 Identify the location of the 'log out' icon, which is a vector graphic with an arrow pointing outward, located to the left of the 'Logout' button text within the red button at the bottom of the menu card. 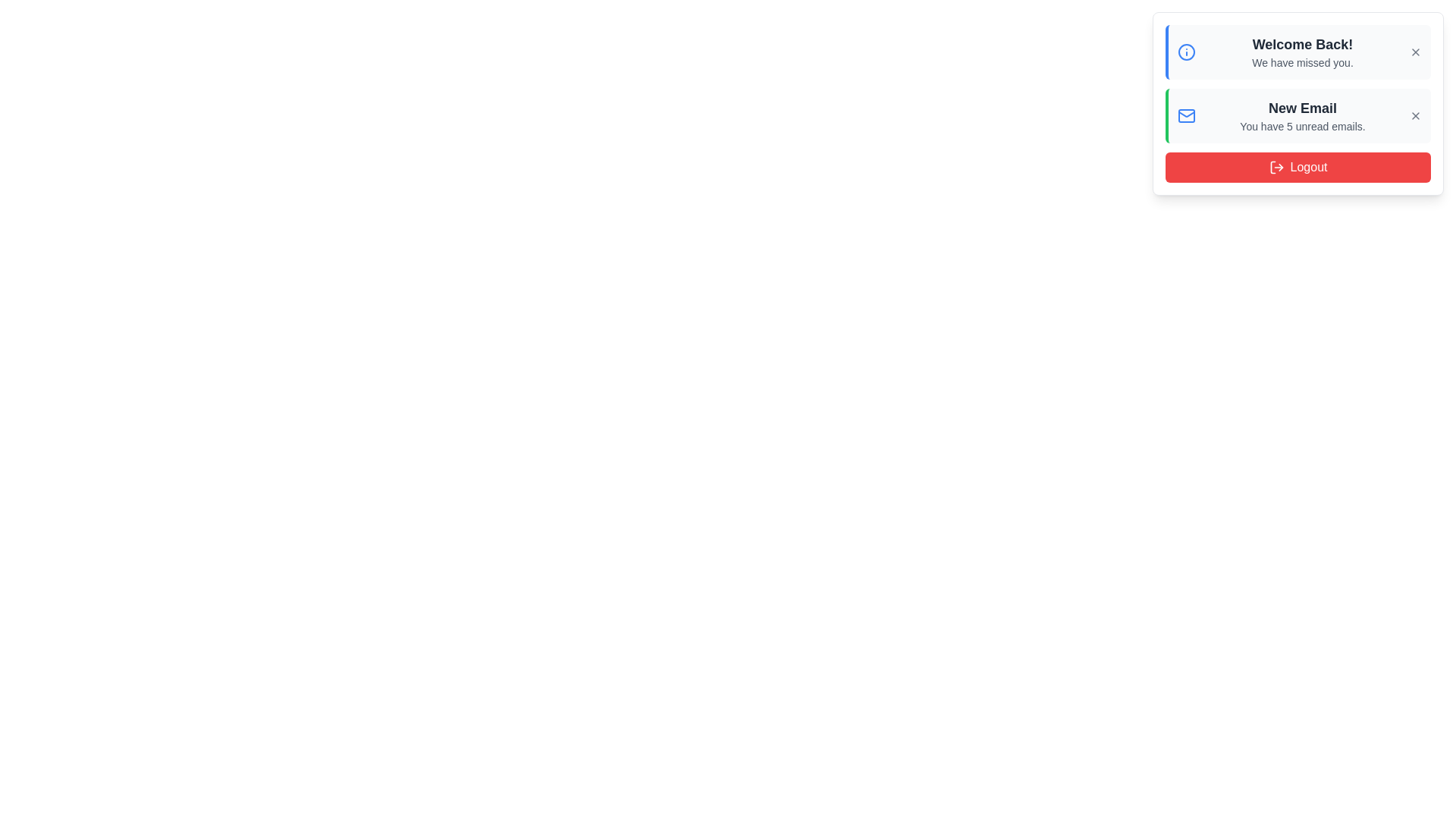
(1276, 167).